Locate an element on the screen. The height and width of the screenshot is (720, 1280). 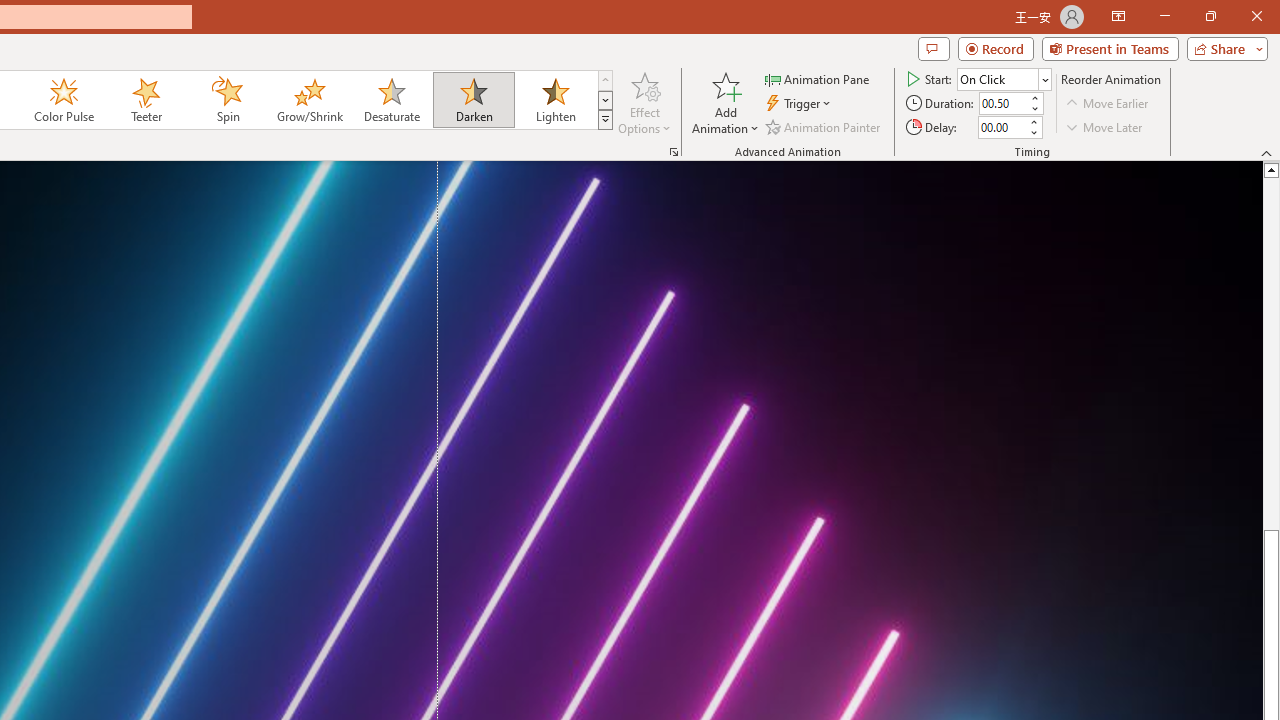
'Move Later' is located at coordinates (1104, 127).